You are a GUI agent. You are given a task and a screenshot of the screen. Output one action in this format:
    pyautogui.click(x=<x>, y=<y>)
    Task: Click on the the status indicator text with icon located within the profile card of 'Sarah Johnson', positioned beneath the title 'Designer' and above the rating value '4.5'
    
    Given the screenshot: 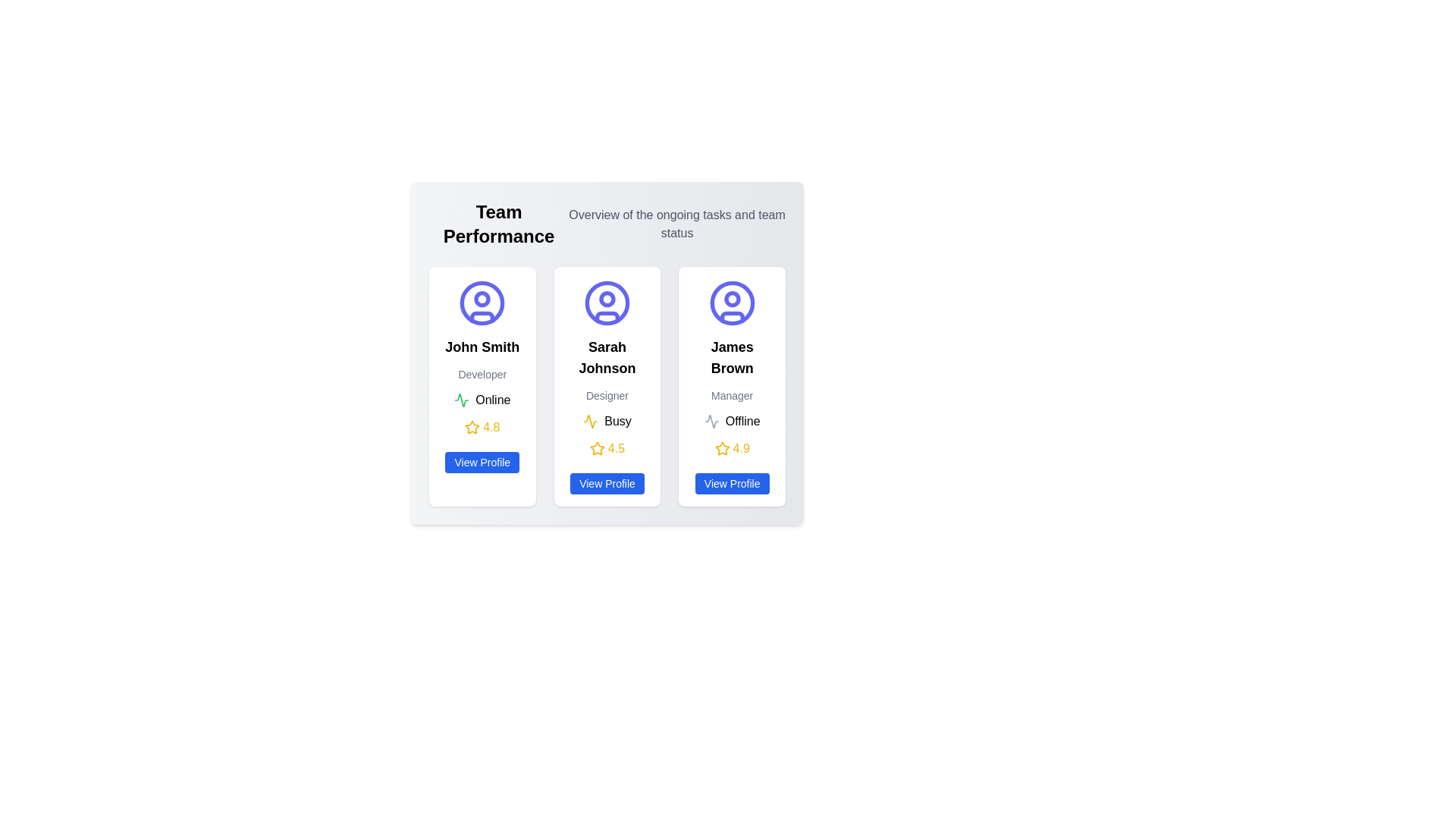 What is the action you would take?
    pyautogui.click(x=607, y=421)
    